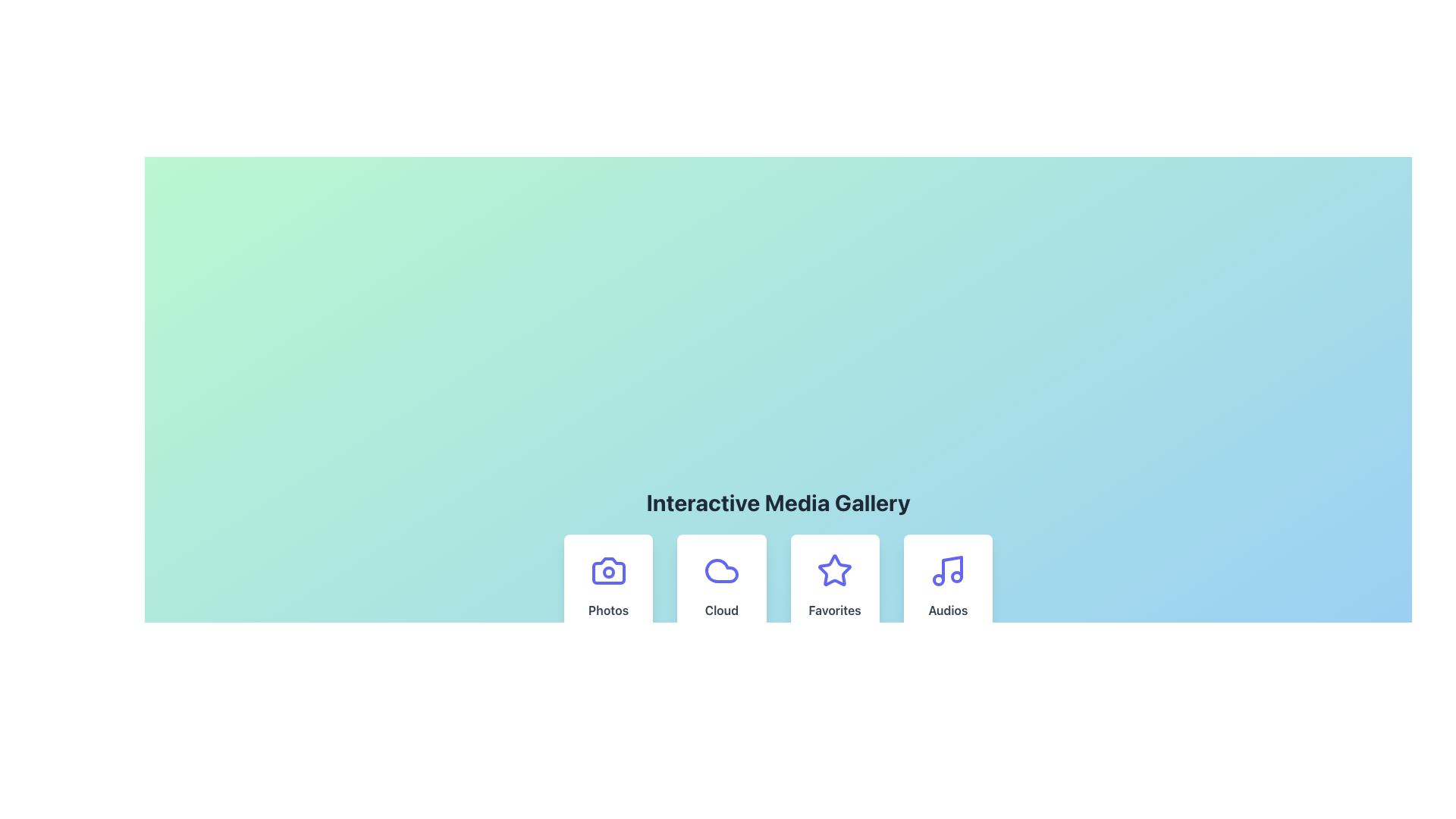  What do you see at coordinates (834, 570) in the screenshot?
I see `the blue outlined star icon that is the third icon from the left in the row of buttons beneath the title 'Interactive Media Gallery'` at bounding box center [834, 570].